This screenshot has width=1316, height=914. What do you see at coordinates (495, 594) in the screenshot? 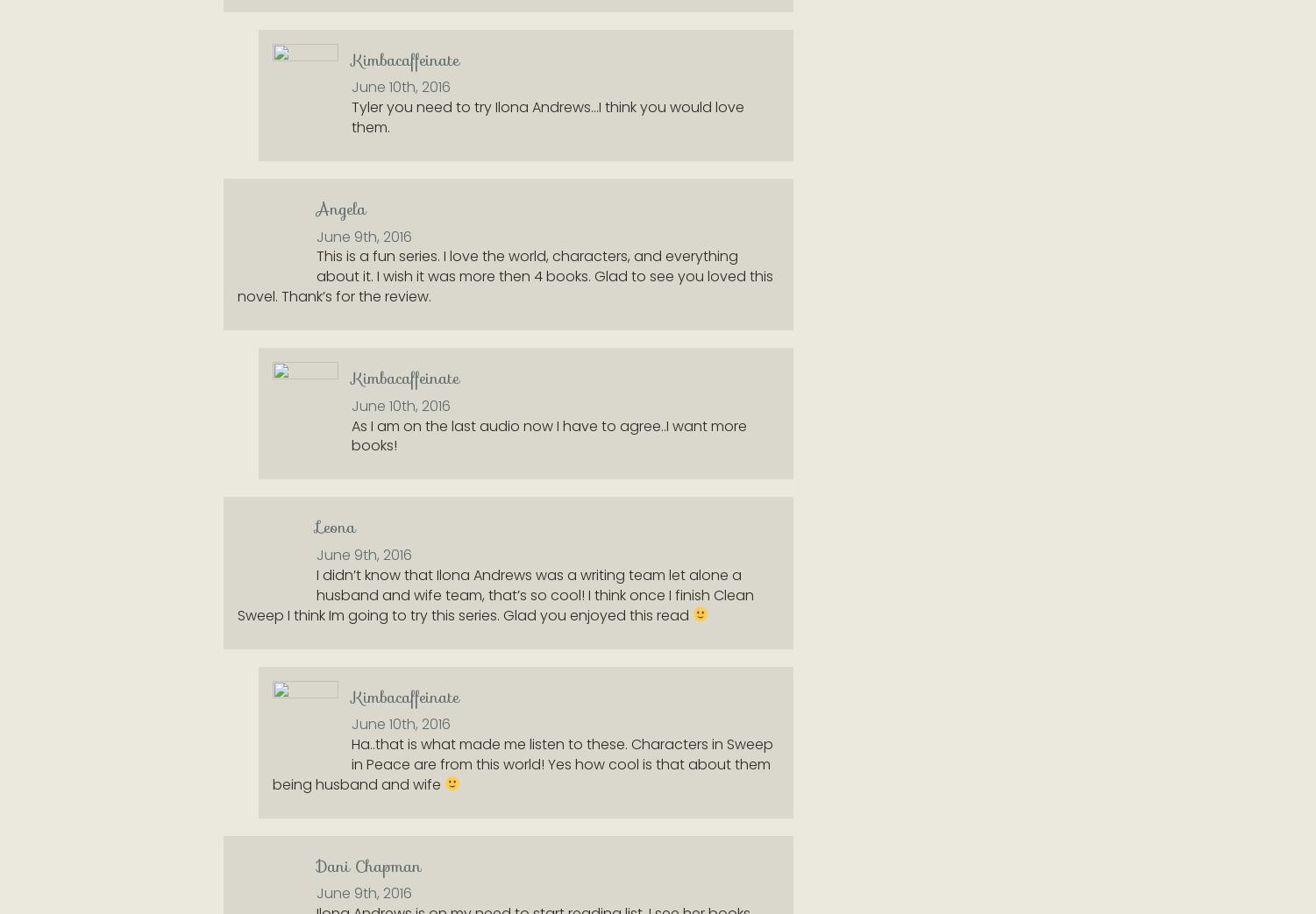
I see `'I didn’t know that Ilona Andrews was a writing team let alone a husband and wife team, that’s so cool! I think once I finish Clean Sweep I think Im going to try this series. Glad you enjoyed this read'` at bounding box center [495, 594].